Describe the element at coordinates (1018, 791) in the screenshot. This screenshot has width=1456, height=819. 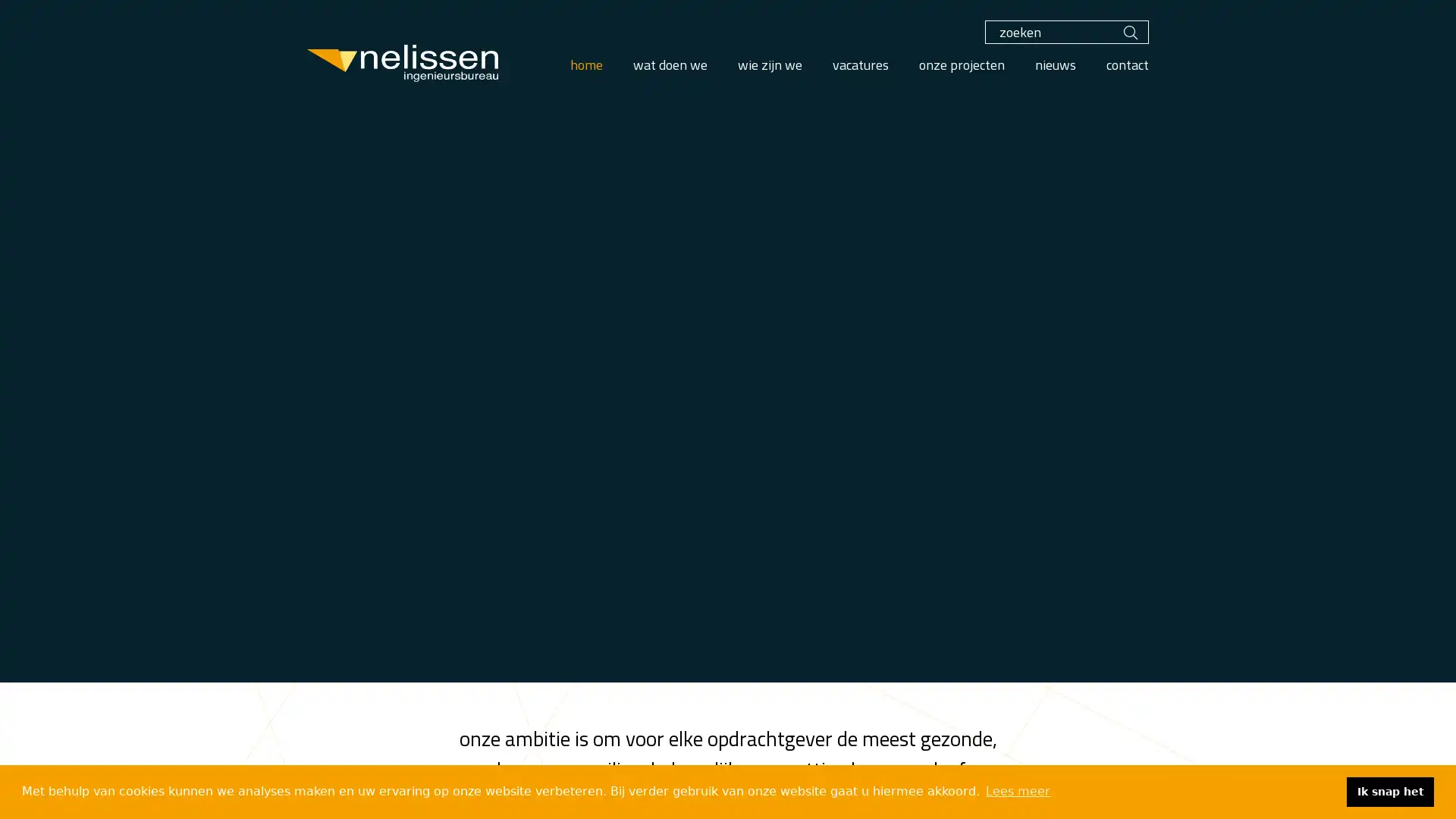
I see `learn more about cookies` at that location.